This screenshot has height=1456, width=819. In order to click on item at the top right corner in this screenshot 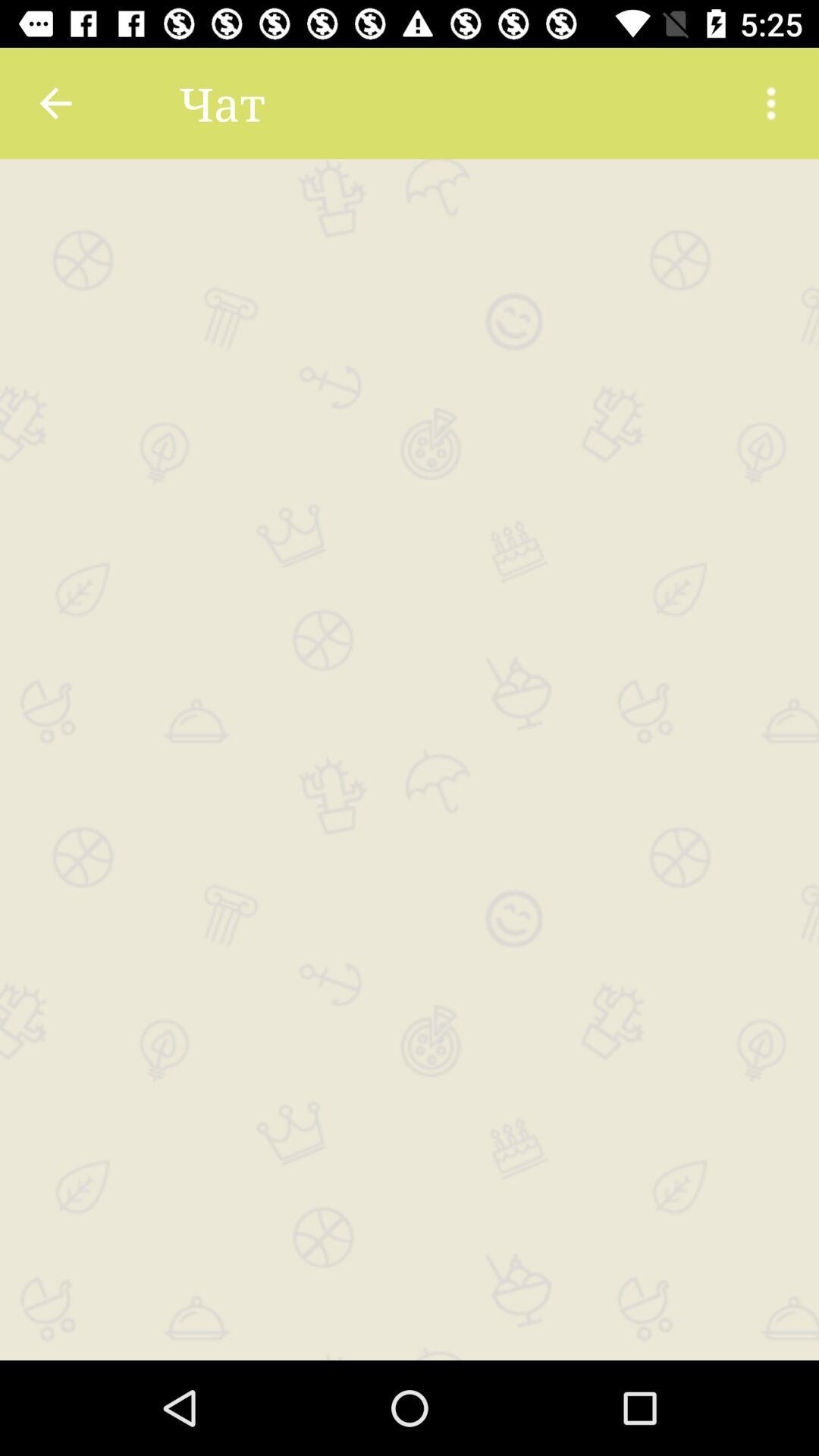, I will do `click(771, 102)`.